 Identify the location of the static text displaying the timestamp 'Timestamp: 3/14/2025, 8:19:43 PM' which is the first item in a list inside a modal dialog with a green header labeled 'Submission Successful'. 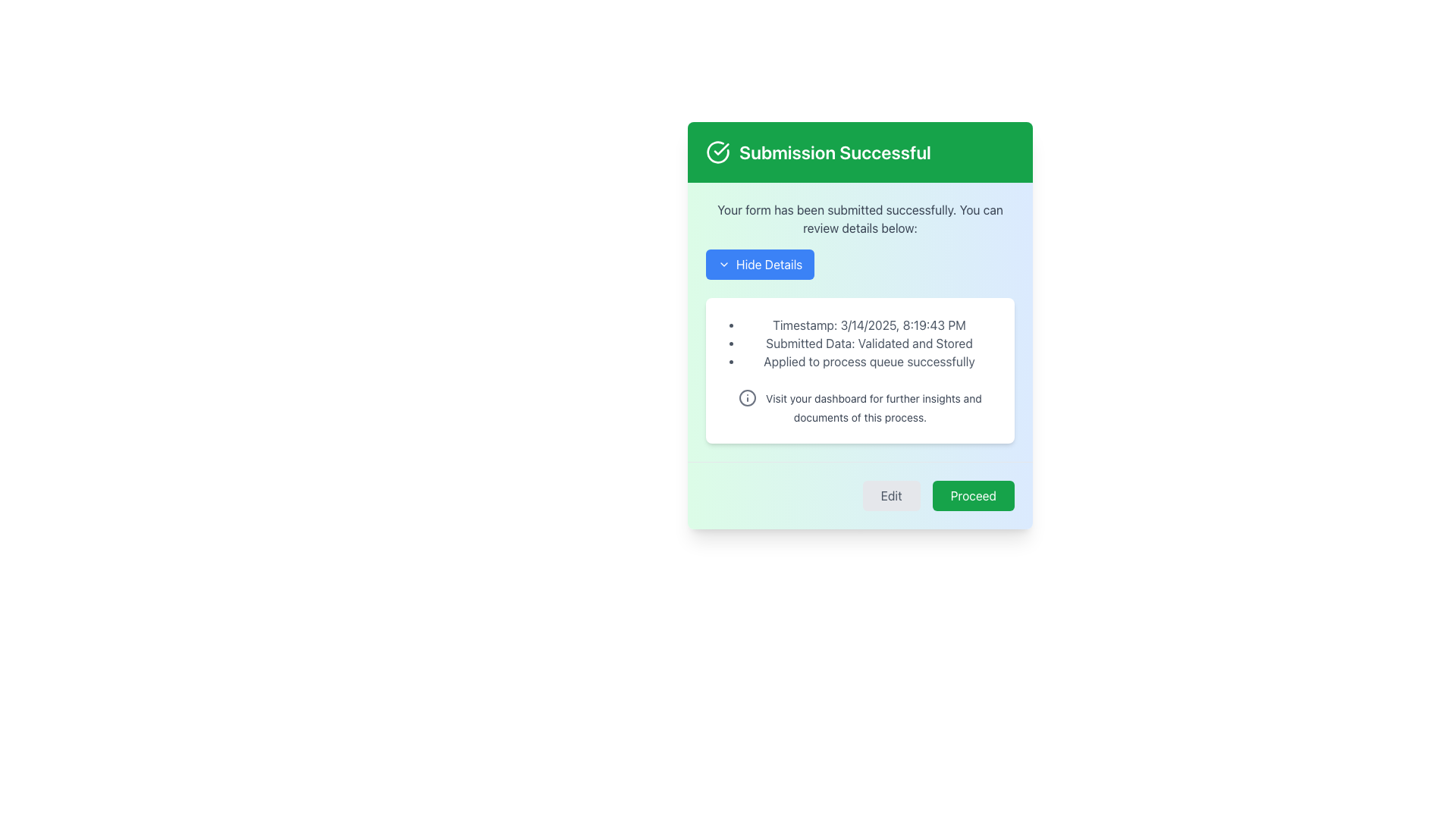
(869, 324).